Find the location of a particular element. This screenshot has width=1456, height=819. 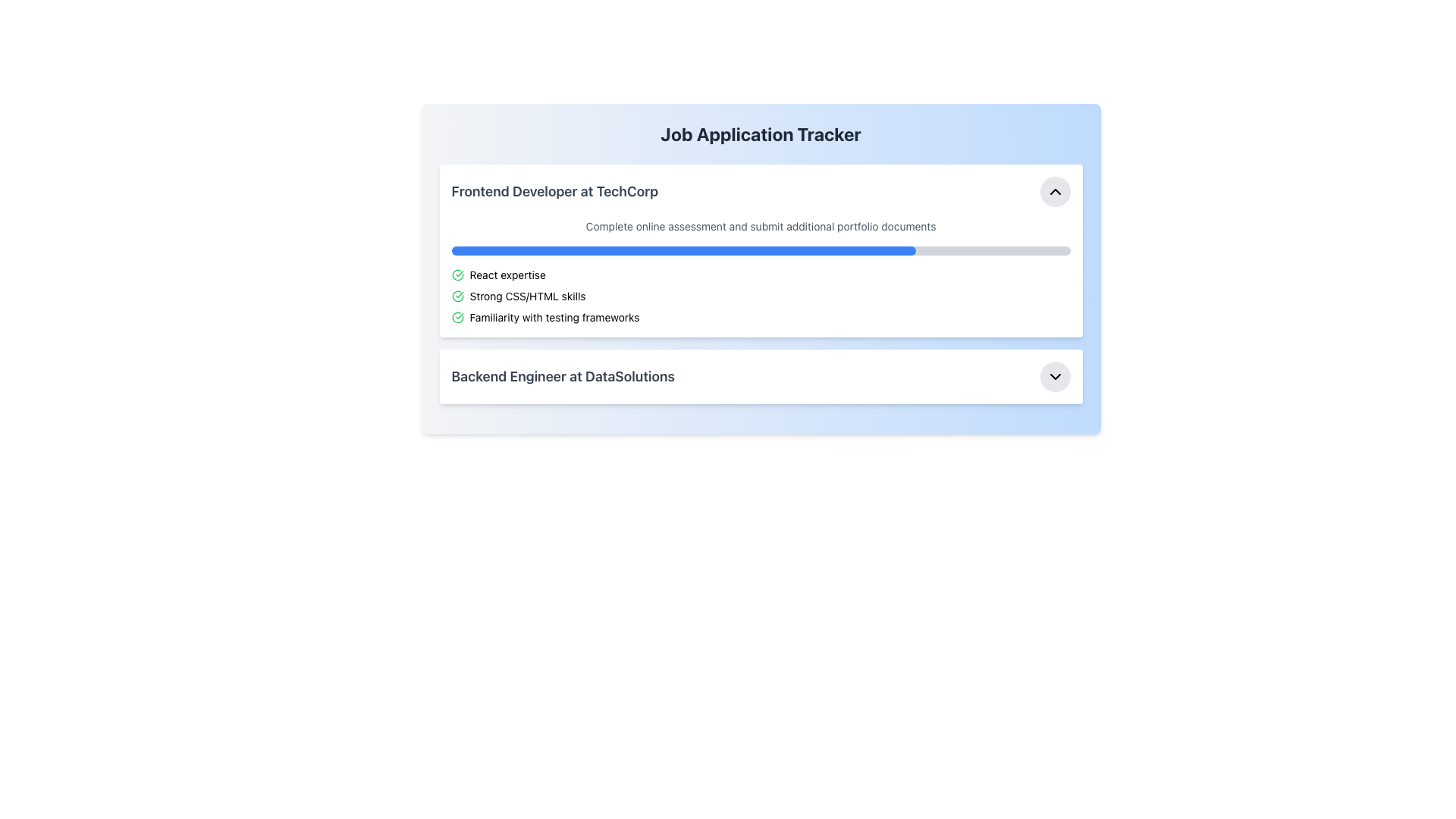

the circular green checkmark icon located to the left of the text 'Strong CSS/HTML skills' in the job requirements list for the 'Frontend Developer at TechCorp' position is located at coordinates (457, 296).